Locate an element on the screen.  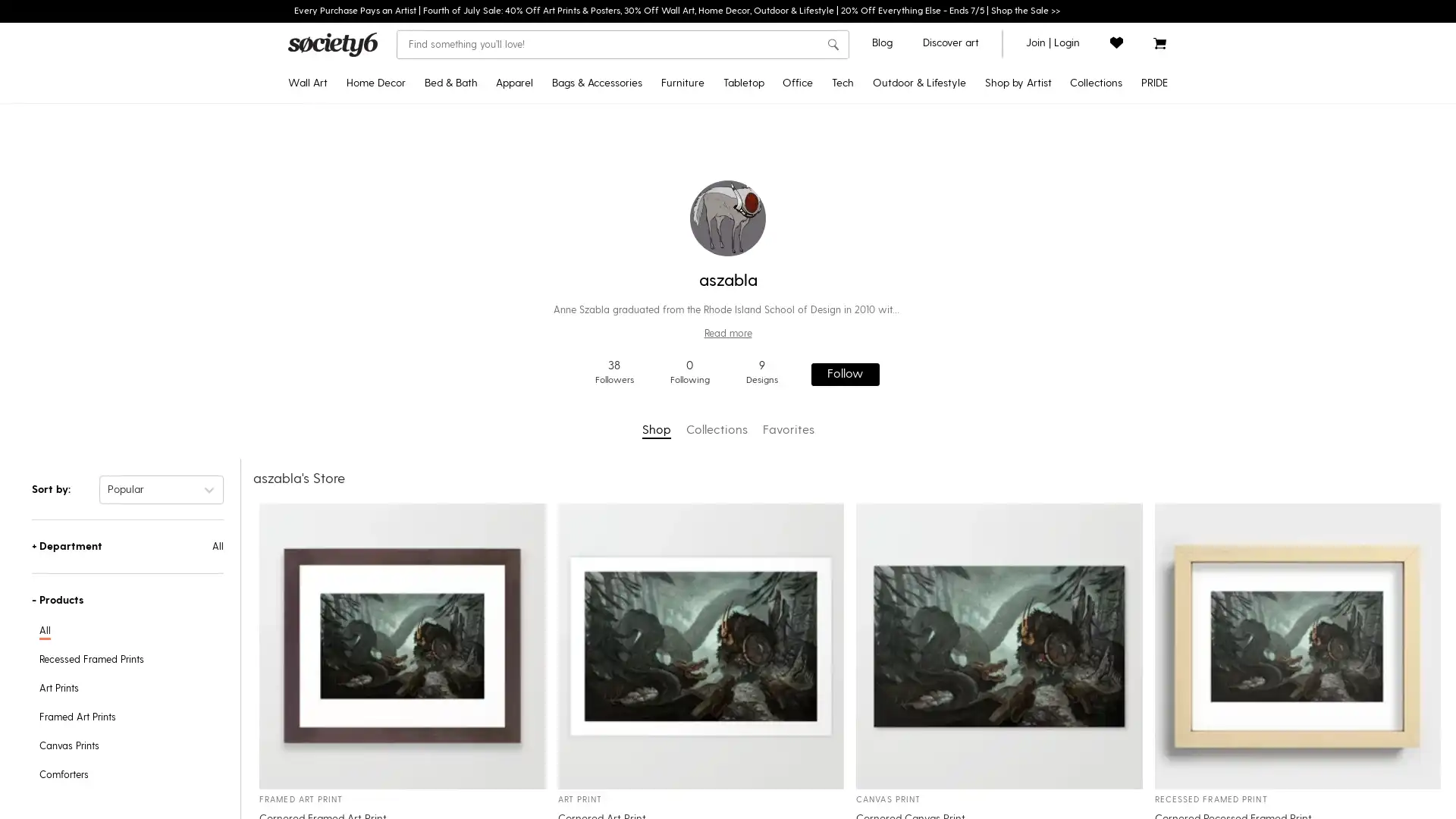
Sheer Curtains is located at coordinates (404, 268).